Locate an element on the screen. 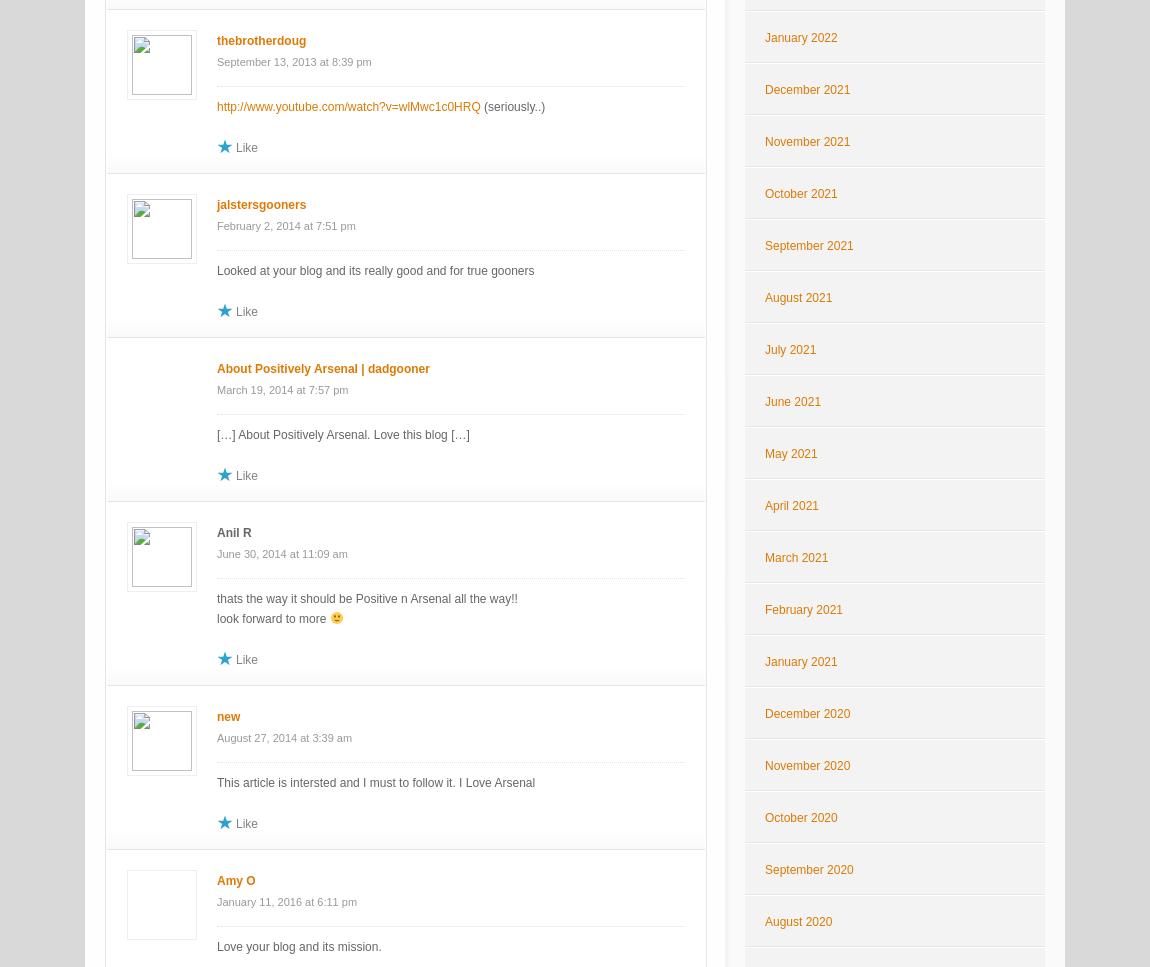 This screenshot has height=967, width=1150. 'July 2021' is located at coordinates (789, 348).